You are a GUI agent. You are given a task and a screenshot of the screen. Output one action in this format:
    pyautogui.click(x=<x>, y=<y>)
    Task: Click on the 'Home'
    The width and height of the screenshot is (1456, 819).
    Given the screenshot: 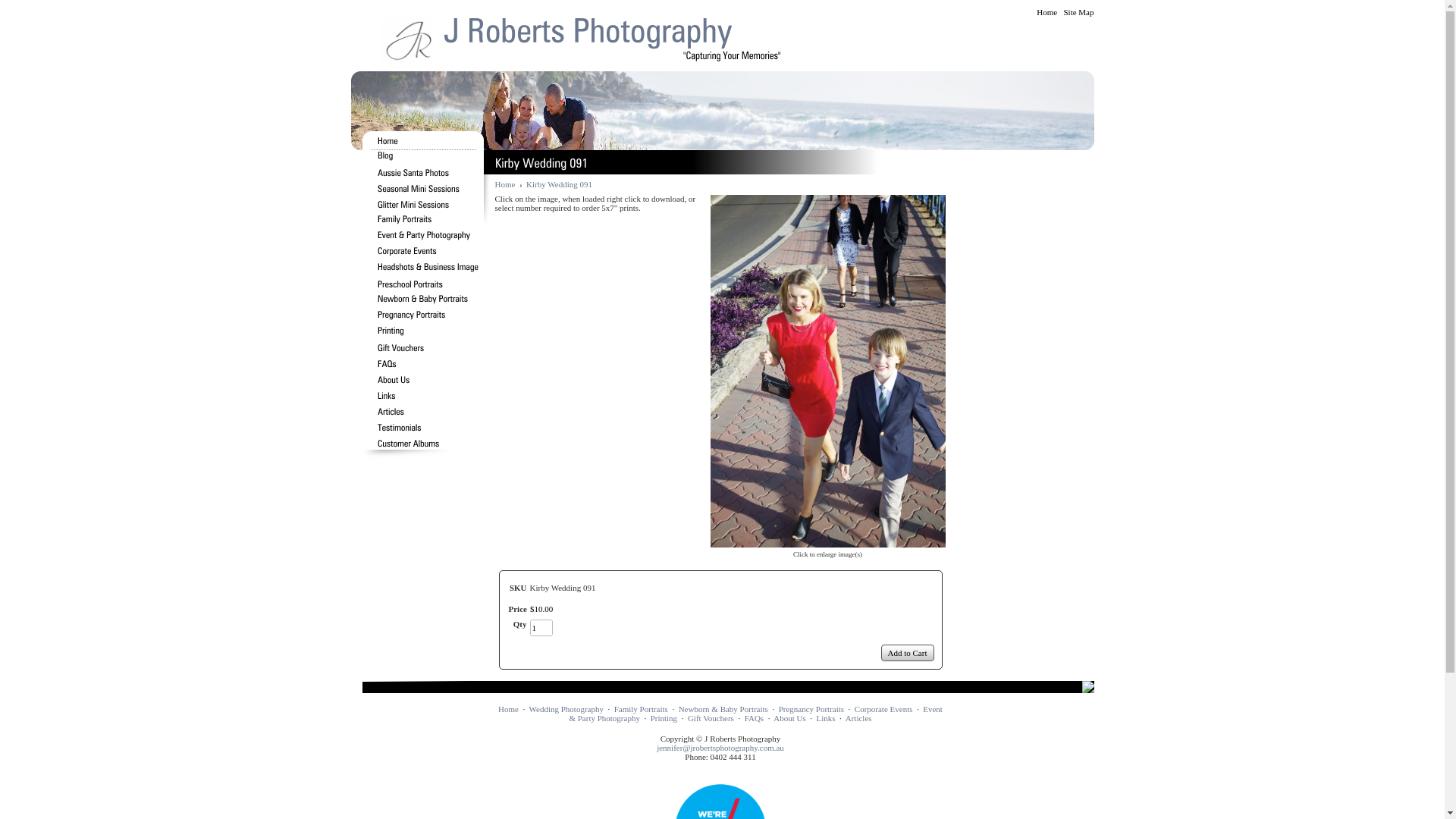 What is the action you would take?
    pyautogui.click(x=508, y=708)
    